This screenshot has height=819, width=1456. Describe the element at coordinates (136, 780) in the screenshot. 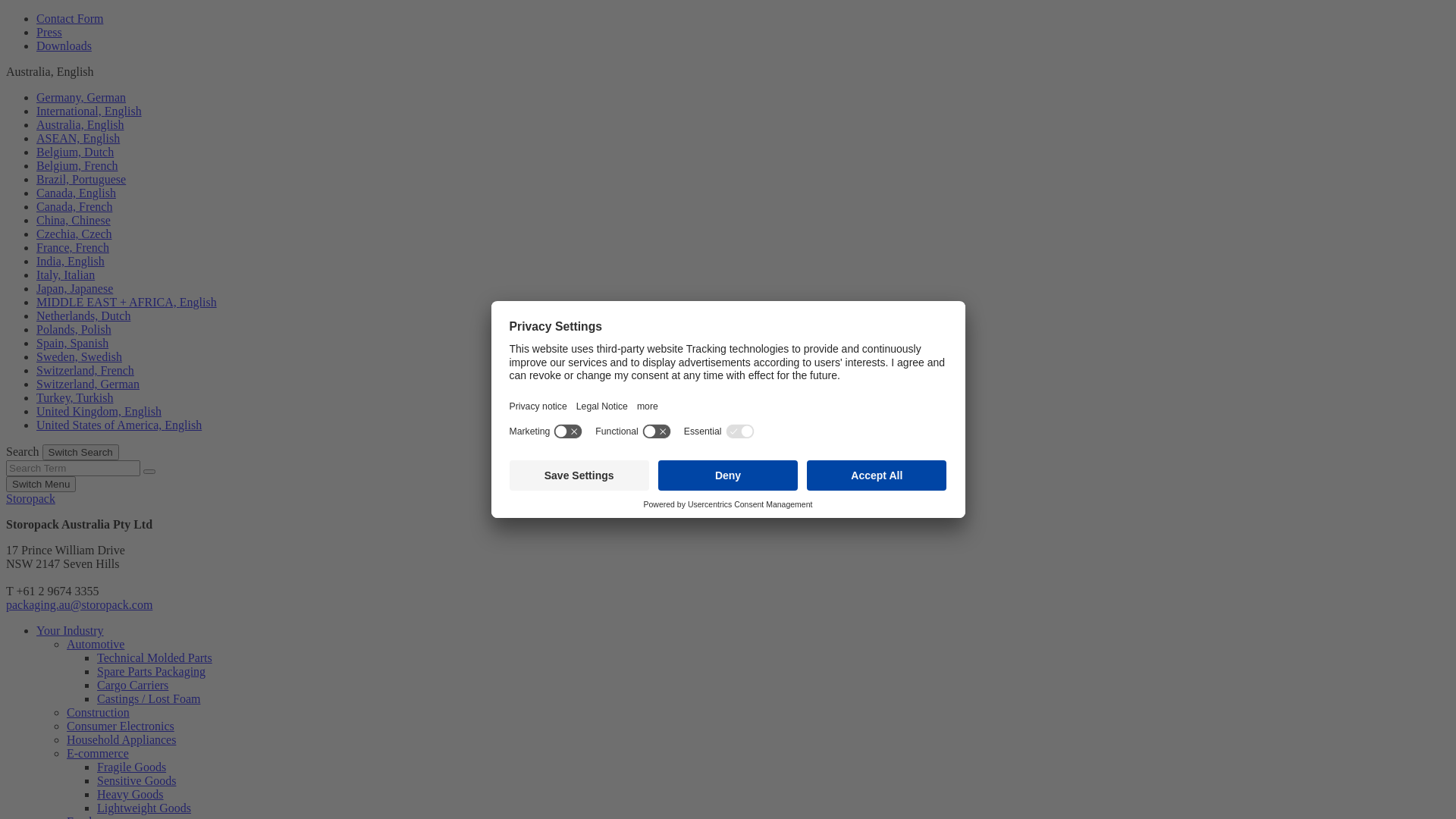

I see `'Sensitive Goods'` at that location.